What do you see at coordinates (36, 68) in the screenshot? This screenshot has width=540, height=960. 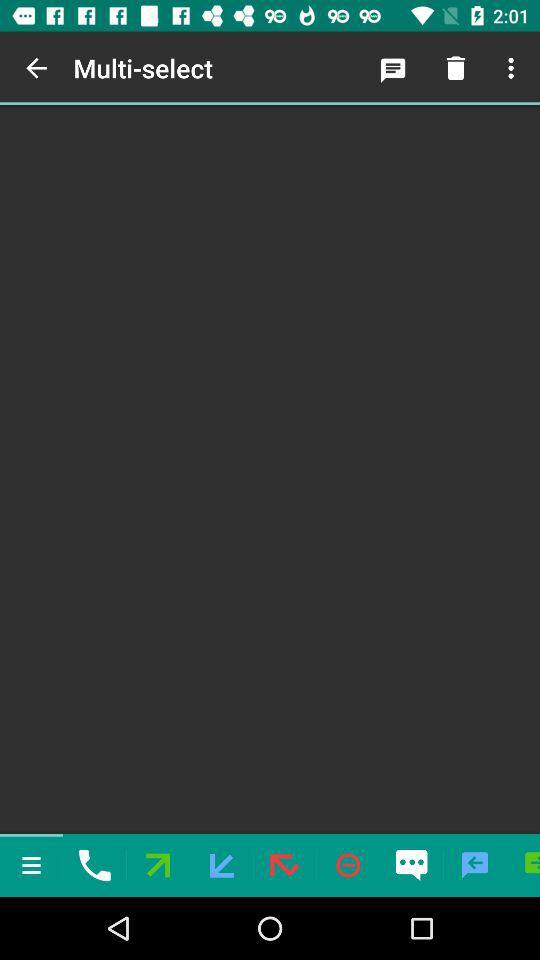 I see `icon to the left of multi-select icon` at bounding box center [36, 68].